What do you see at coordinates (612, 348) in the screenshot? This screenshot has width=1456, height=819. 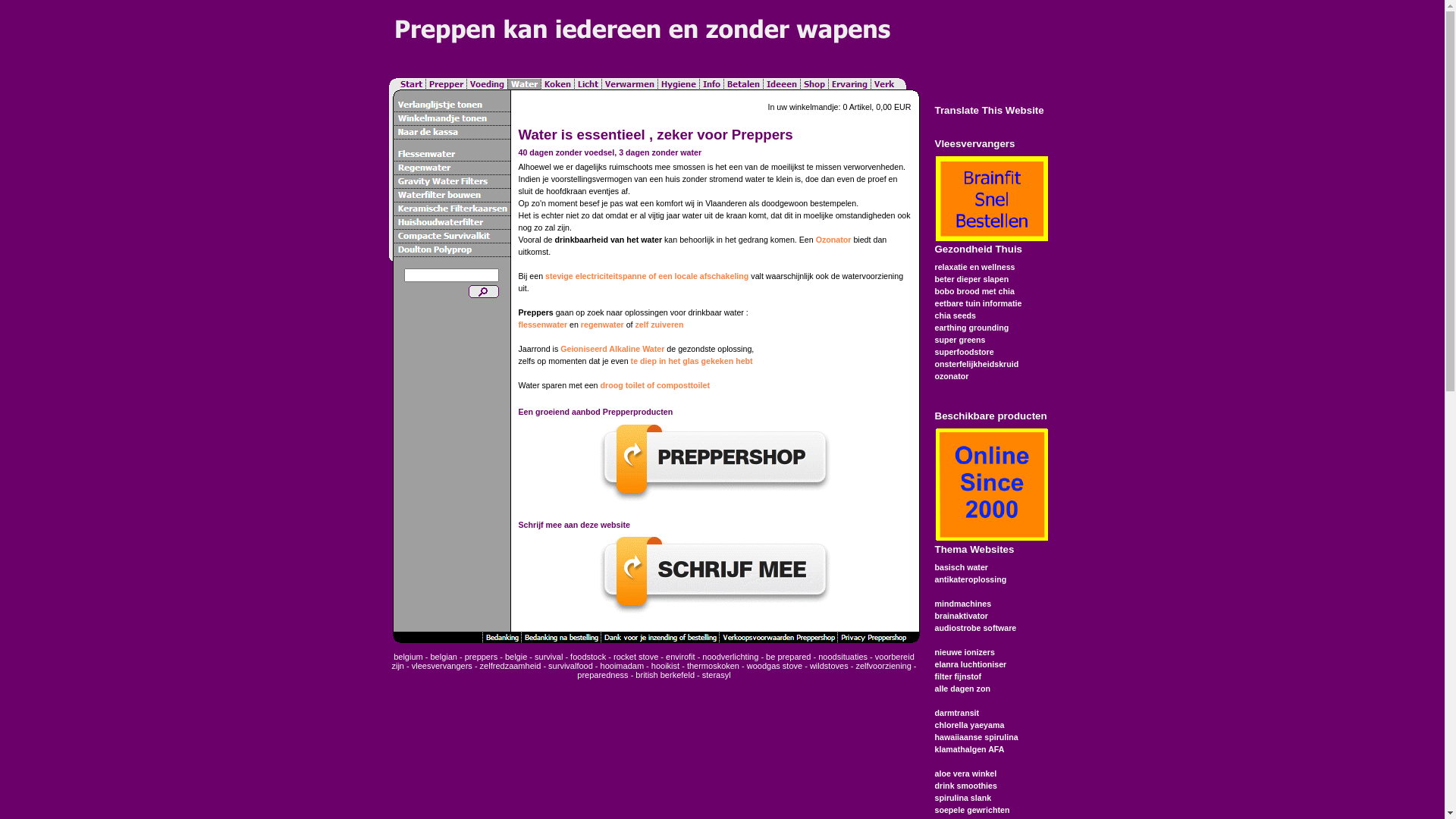 I see `'Geioniseerd Alkaline Water'` at bounding box center [612, 348].